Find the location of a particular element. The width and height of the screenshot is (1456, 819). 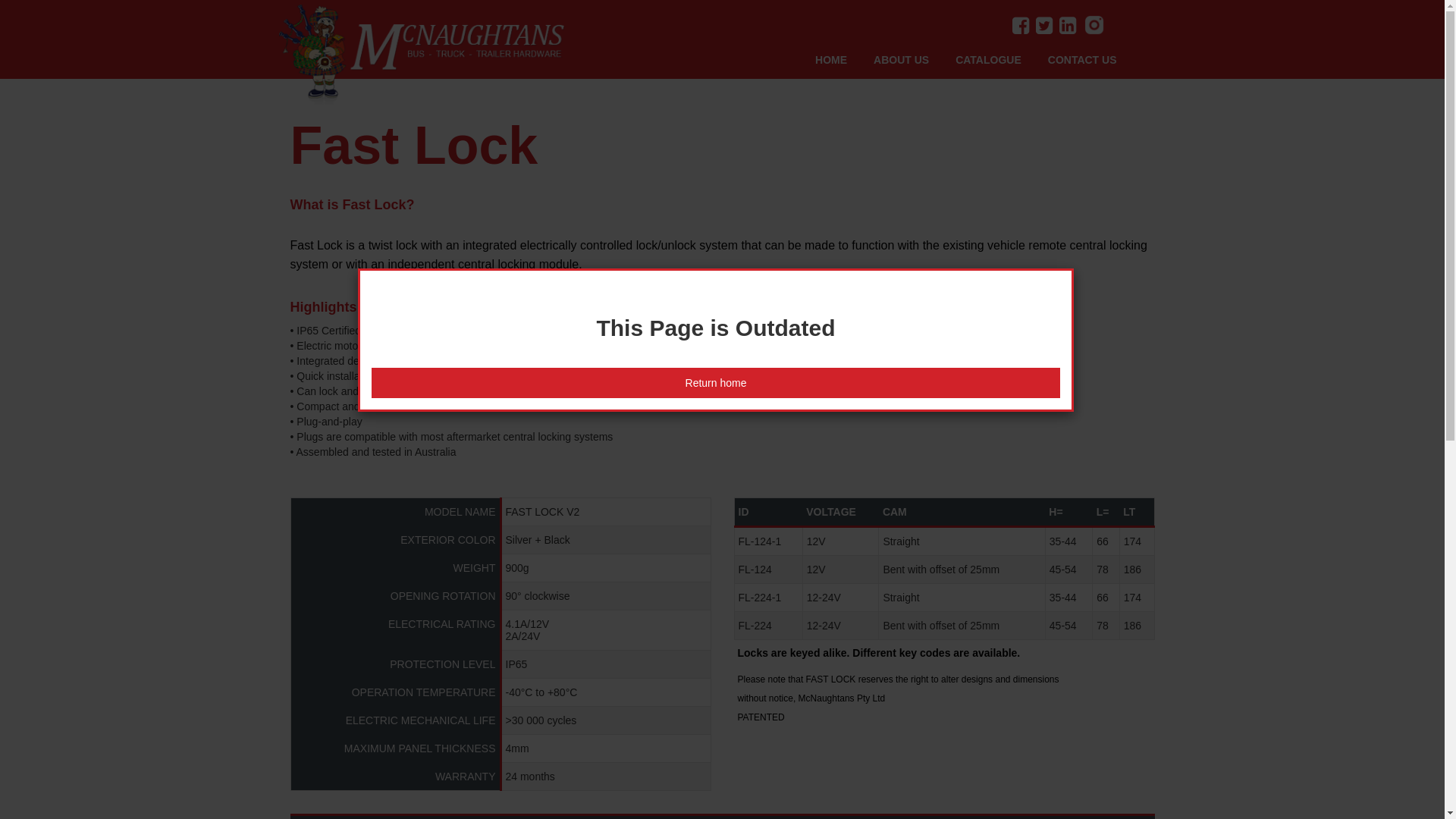

'CONTACT US' is located at coordinates (1095, 58).